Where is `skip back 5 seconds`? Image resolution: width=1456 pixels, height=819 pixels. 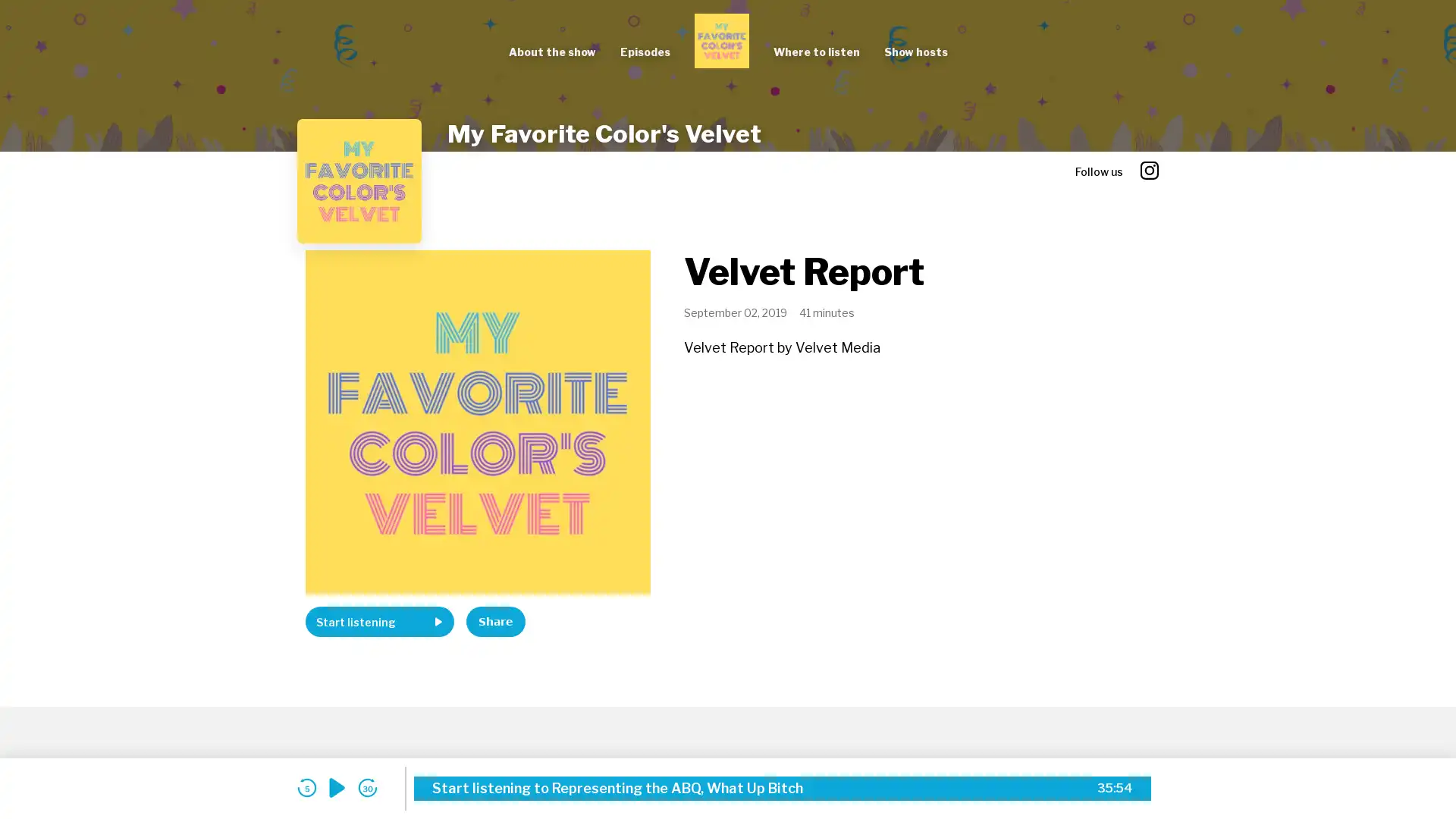 skip back 5 seconds is located at coordinates (306, 787).